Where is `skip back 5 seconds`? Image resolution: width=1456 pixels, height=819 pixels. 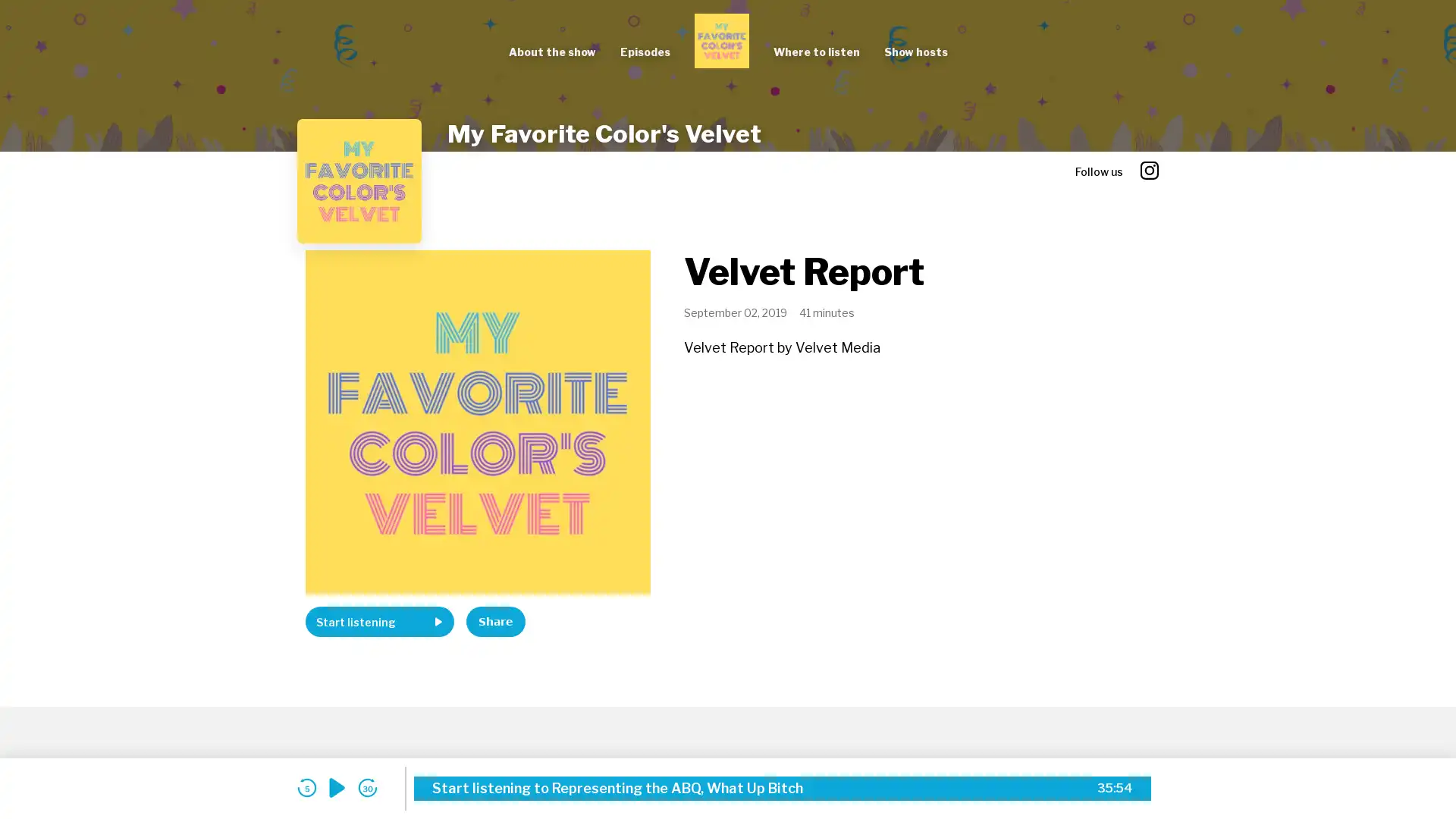 skip back 5 seconds is located at coordinates (306, 787).